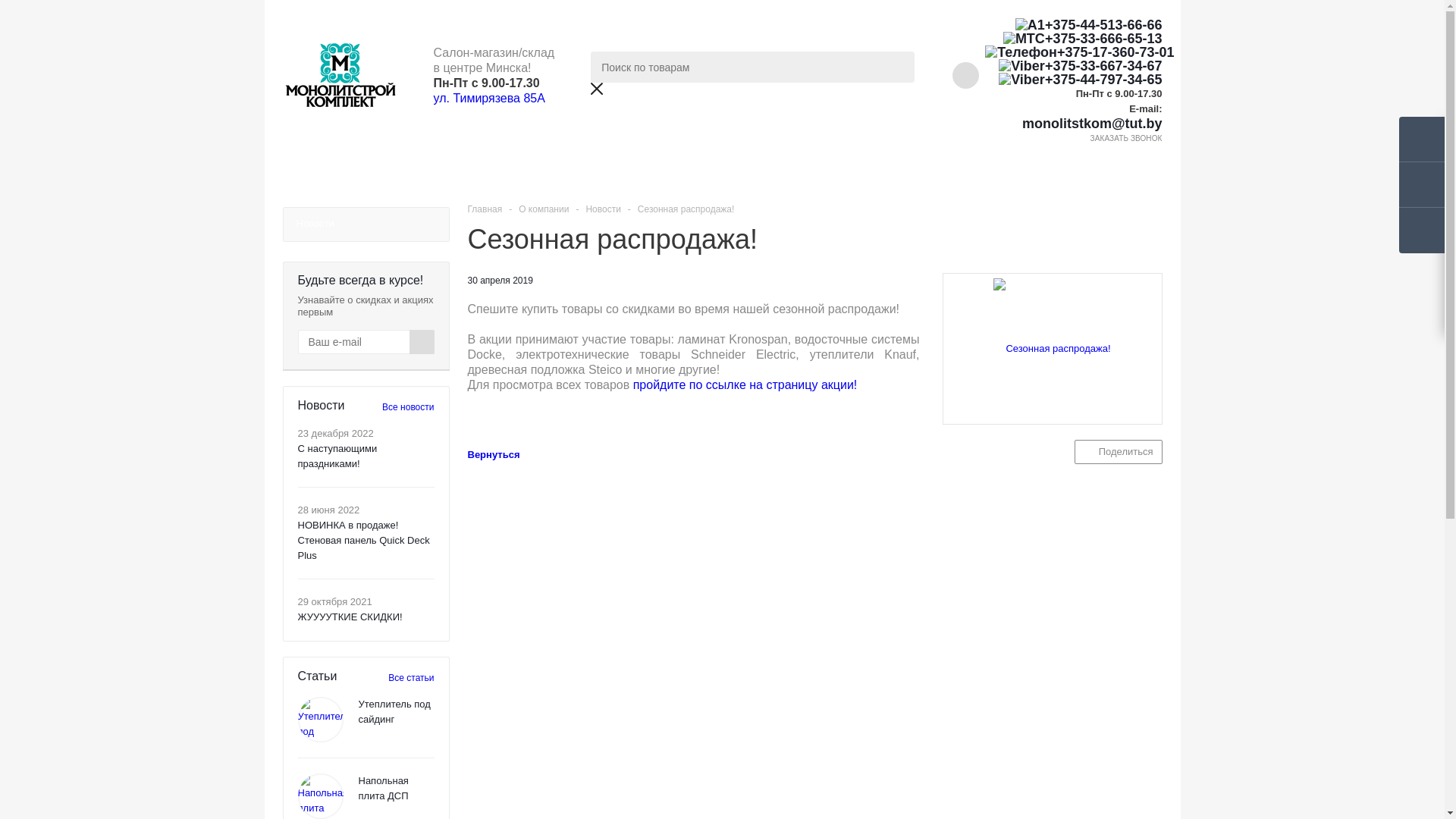 The height and width of the screenshot is (819, 1456). Describe the element at coordinates (1072, 25) in the screenshot. I see `'+375-44-513-66-66'` at that location.